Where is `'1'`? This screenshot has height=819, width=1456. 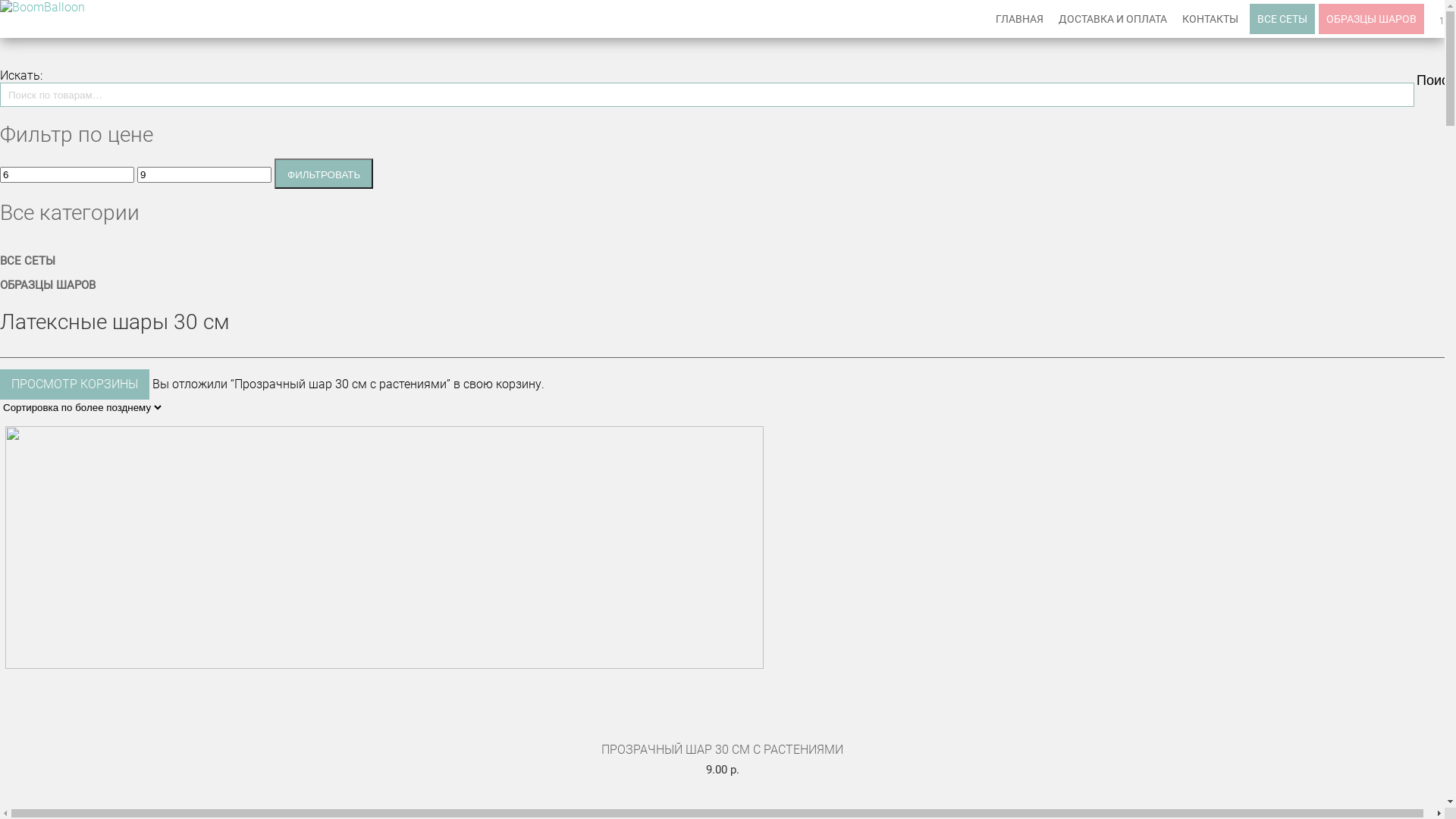
'1' is located at coordinates (1441, 18).